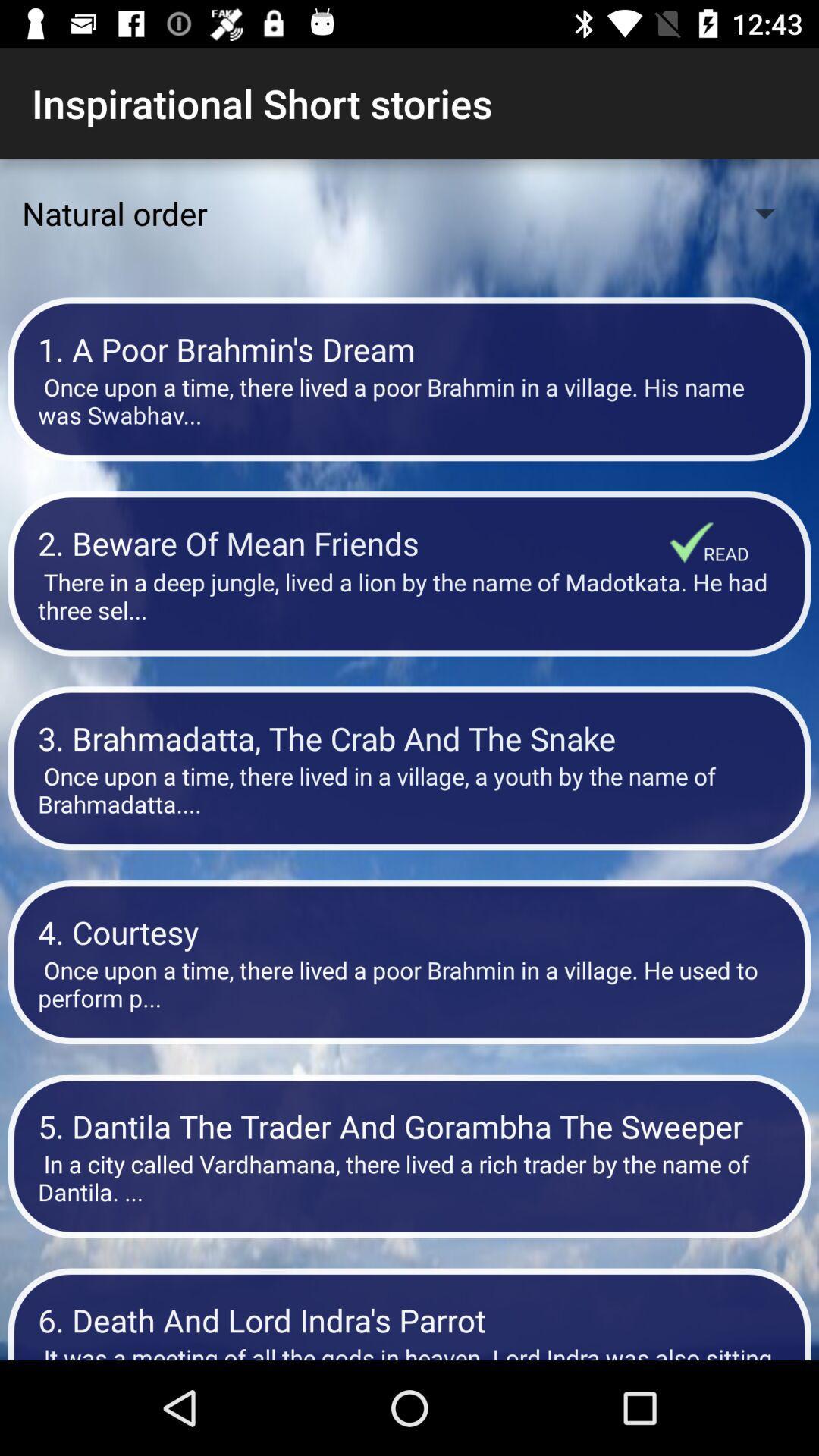 This screenshot has height=1456, width=819. I want to click on item below once upon a icon, so click(409, 931).